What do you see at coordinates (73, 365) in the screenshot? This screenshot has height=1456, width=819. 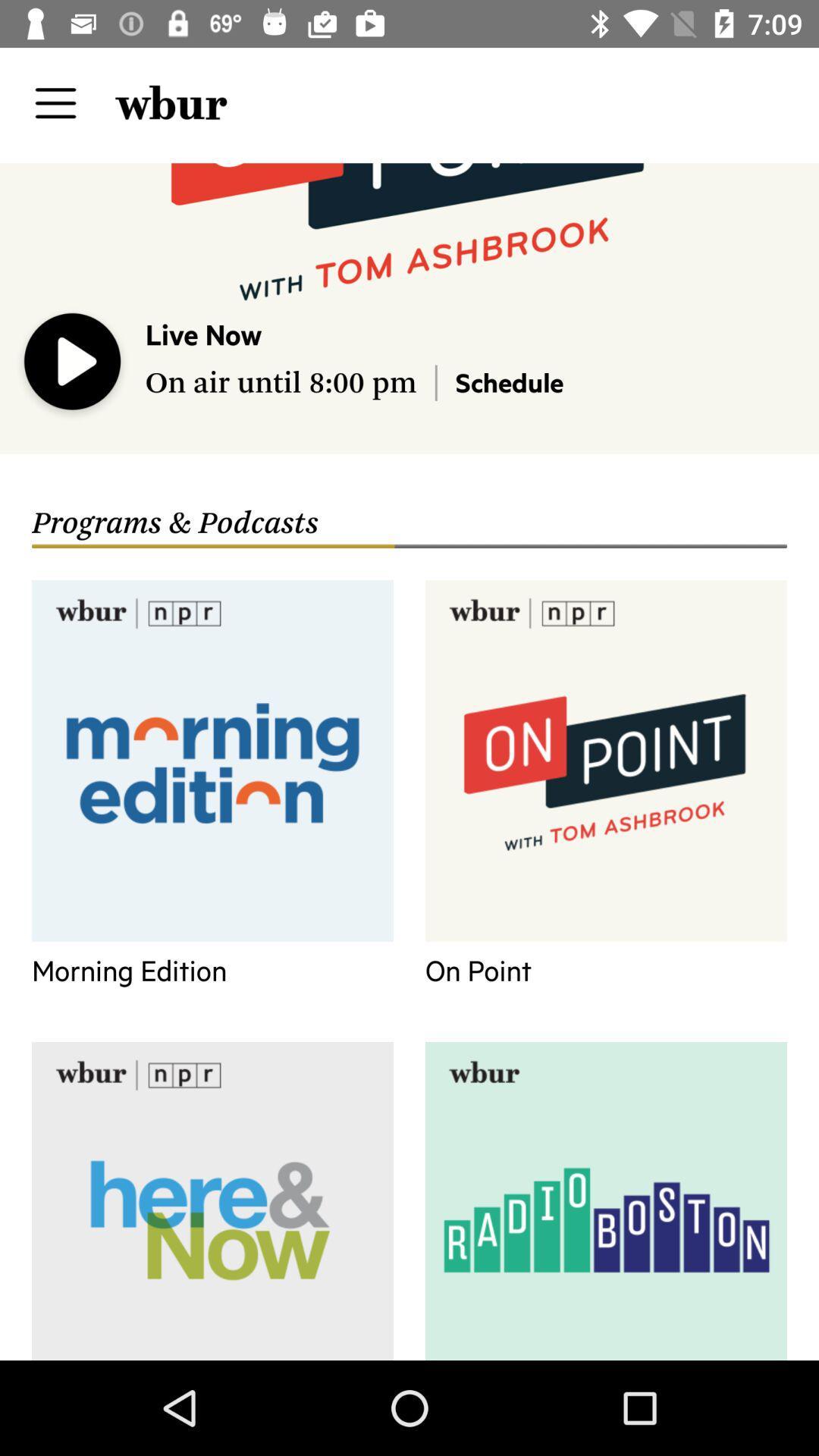 I see `playing now` at bounding box center [73, 365].